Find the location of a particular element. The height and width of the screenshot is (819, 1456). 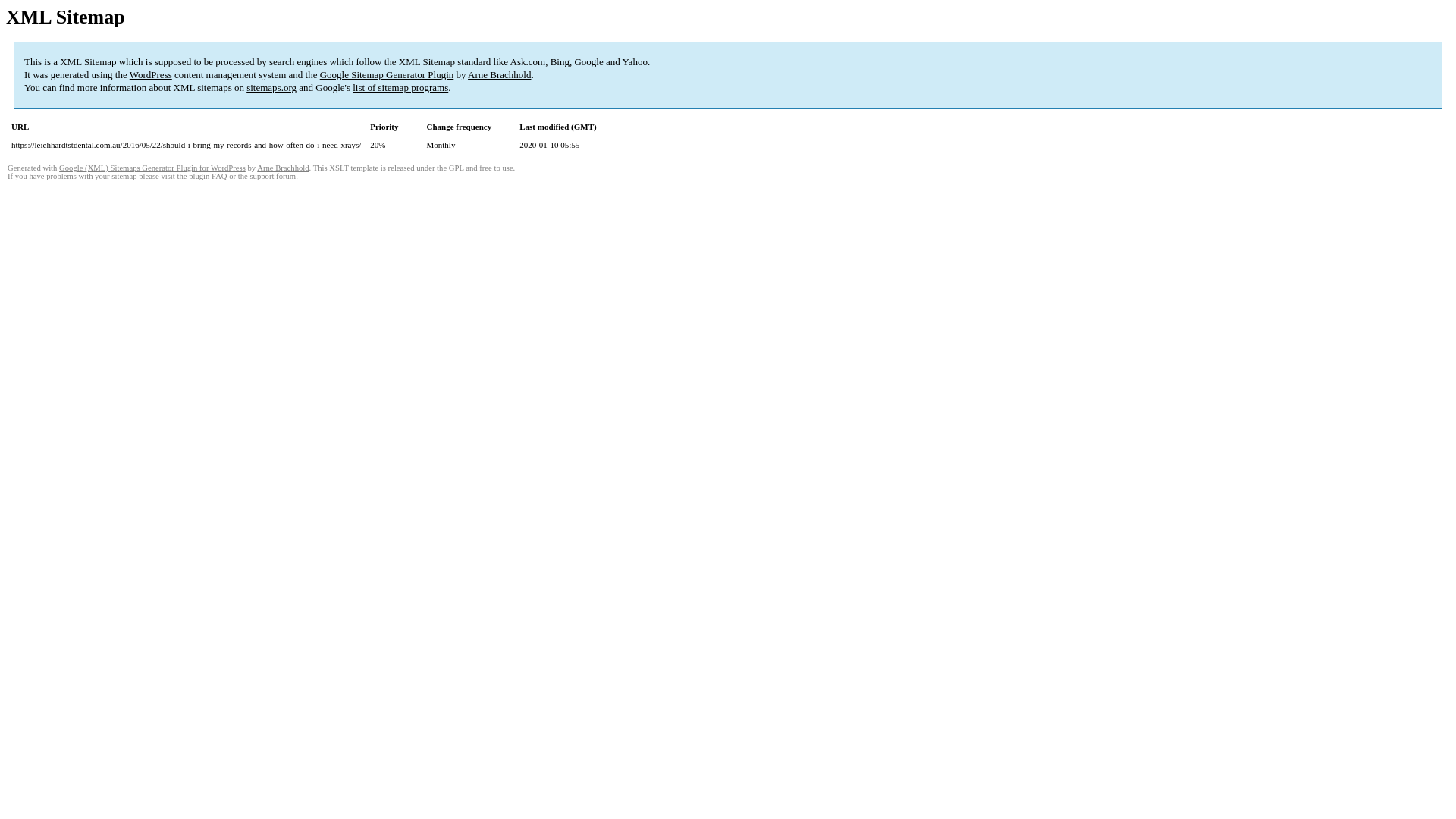

'Google (XML) Sitemaps Generator Plugin for WordPress' is located at coordinates (152, 168).